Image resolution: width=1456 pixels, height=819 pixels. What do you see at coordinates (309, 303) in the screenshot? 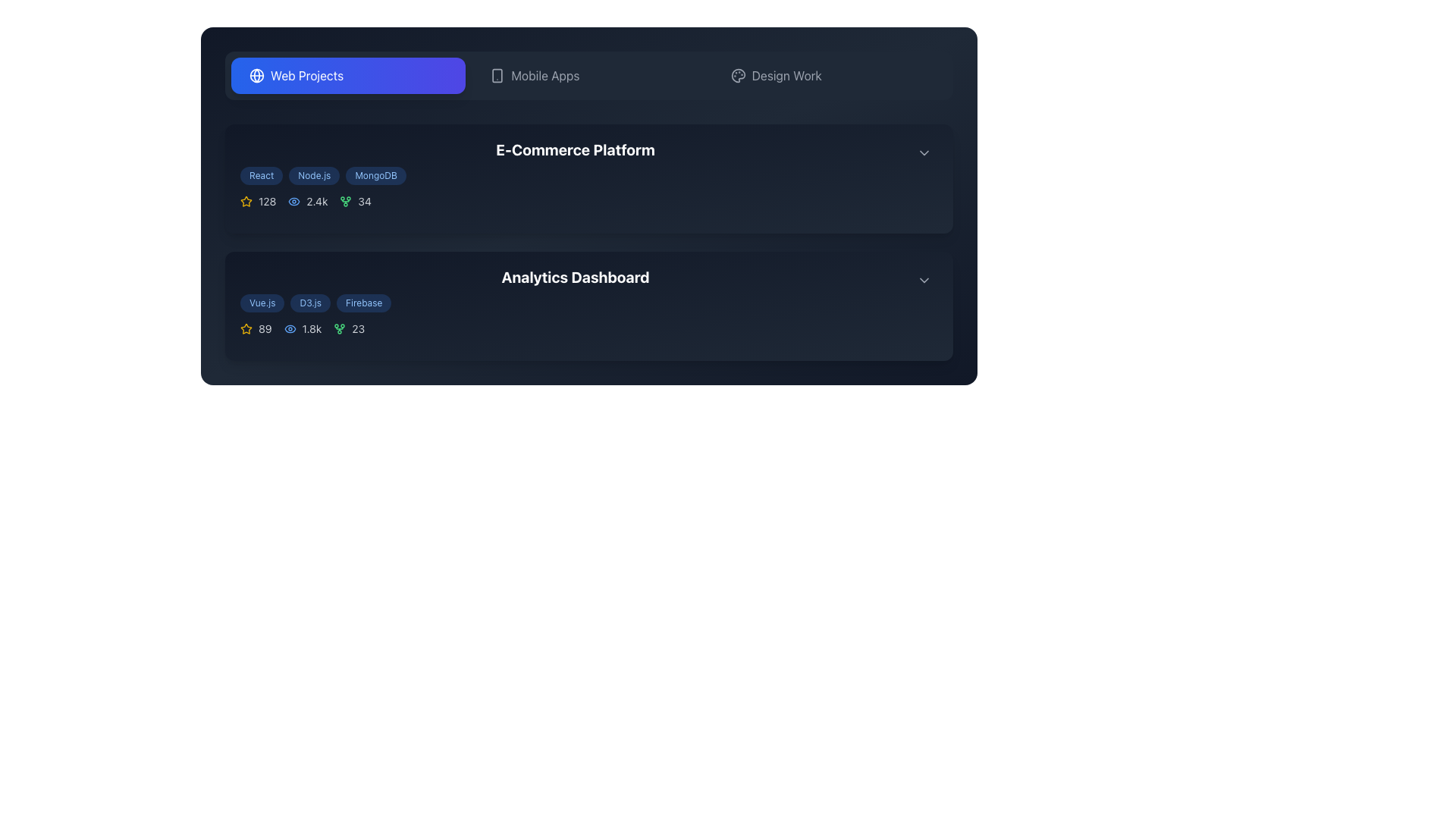
I see `the 'D3.js' label element, which signifies a related technology for the 'Analytics Dashboard' project and is positioned between the 'Vue.js' and 'Firebase' badges` at bounding box center [309, 303].